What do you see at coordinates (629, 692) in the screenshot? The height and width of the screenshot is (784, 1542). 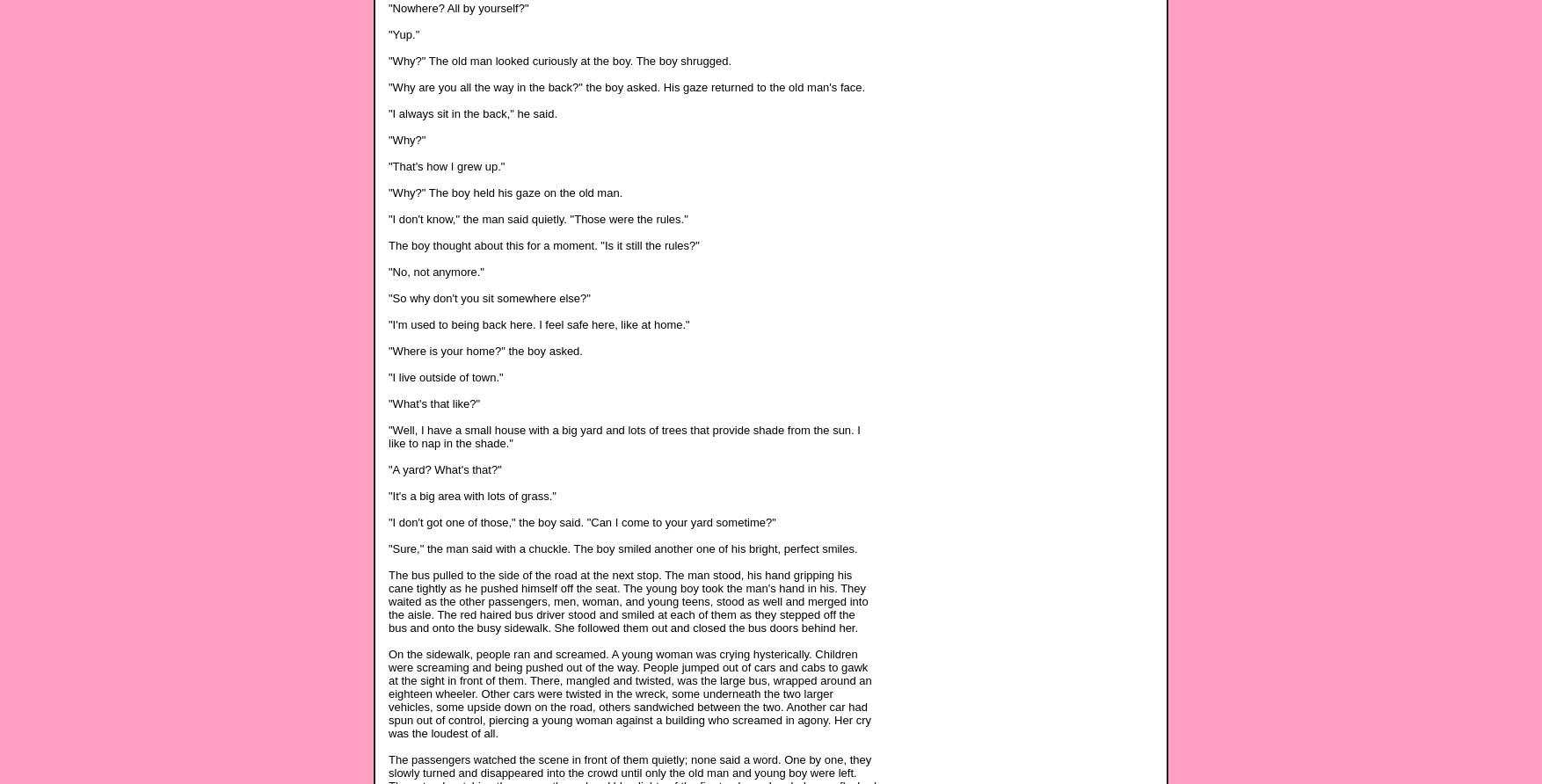 I see `'On the sidewalk, people ran and screamed. A young woman was crying hysterically. Children were screaming and being pushed out of the way. People jumped out of cars and cabs to gawk at the sight in front of them. There, mangled and twisted, was the large bus, wrapped around an eighteen wheeler. Other cars were twisted in the wreck, some underneath the two larger vehicles, some upside down on the road, others sandwiched between the two. Another car had spun out of control, piercing a young woman against a building who screamed in agony. Her cry was the loudest of all.'` at bounding box center [629, 692].